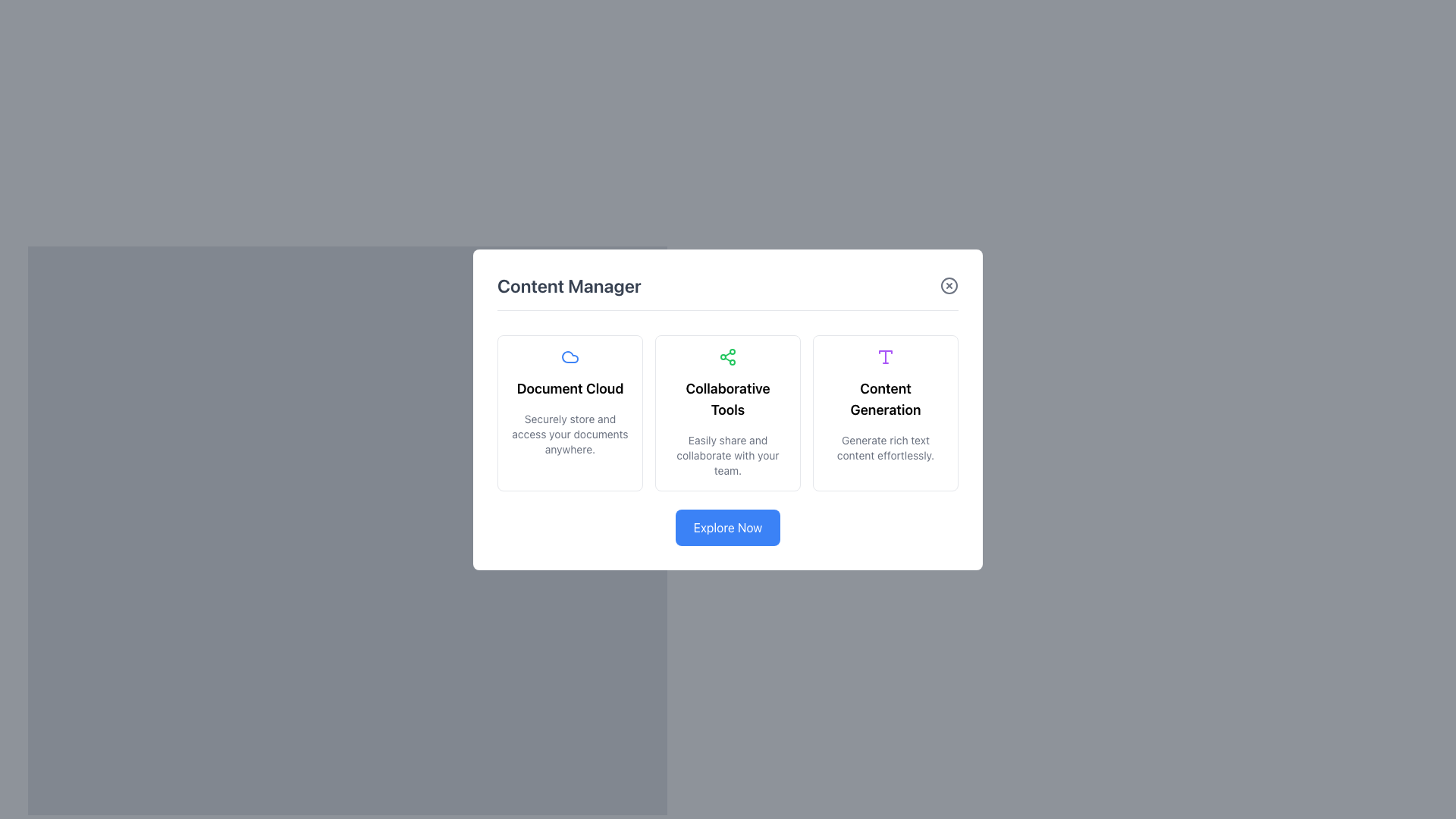 This screenshot has height=819, width=1456. What do you see at coordinates (728, 398) in the screenshot?
I see `the Text Label element that serves as the title for the section within the central card of the interface, positioned between 'Document Cloud' and 'Content Generation'` at bounding box center [728, 398].